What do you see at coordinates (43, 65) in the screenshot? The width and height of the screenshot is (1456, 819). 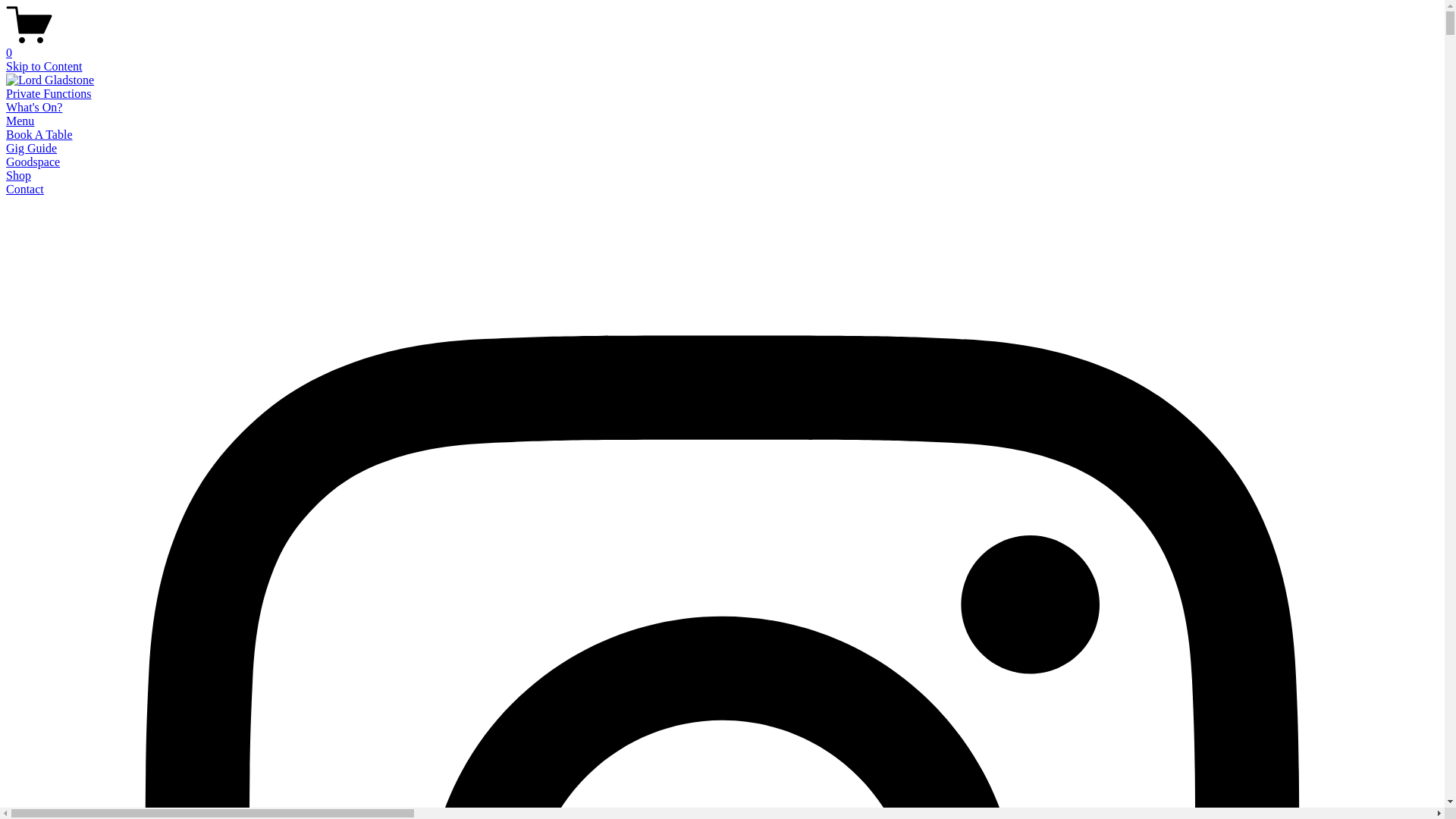 I see `'Skip to Content'` at bounding box center [43, 65].